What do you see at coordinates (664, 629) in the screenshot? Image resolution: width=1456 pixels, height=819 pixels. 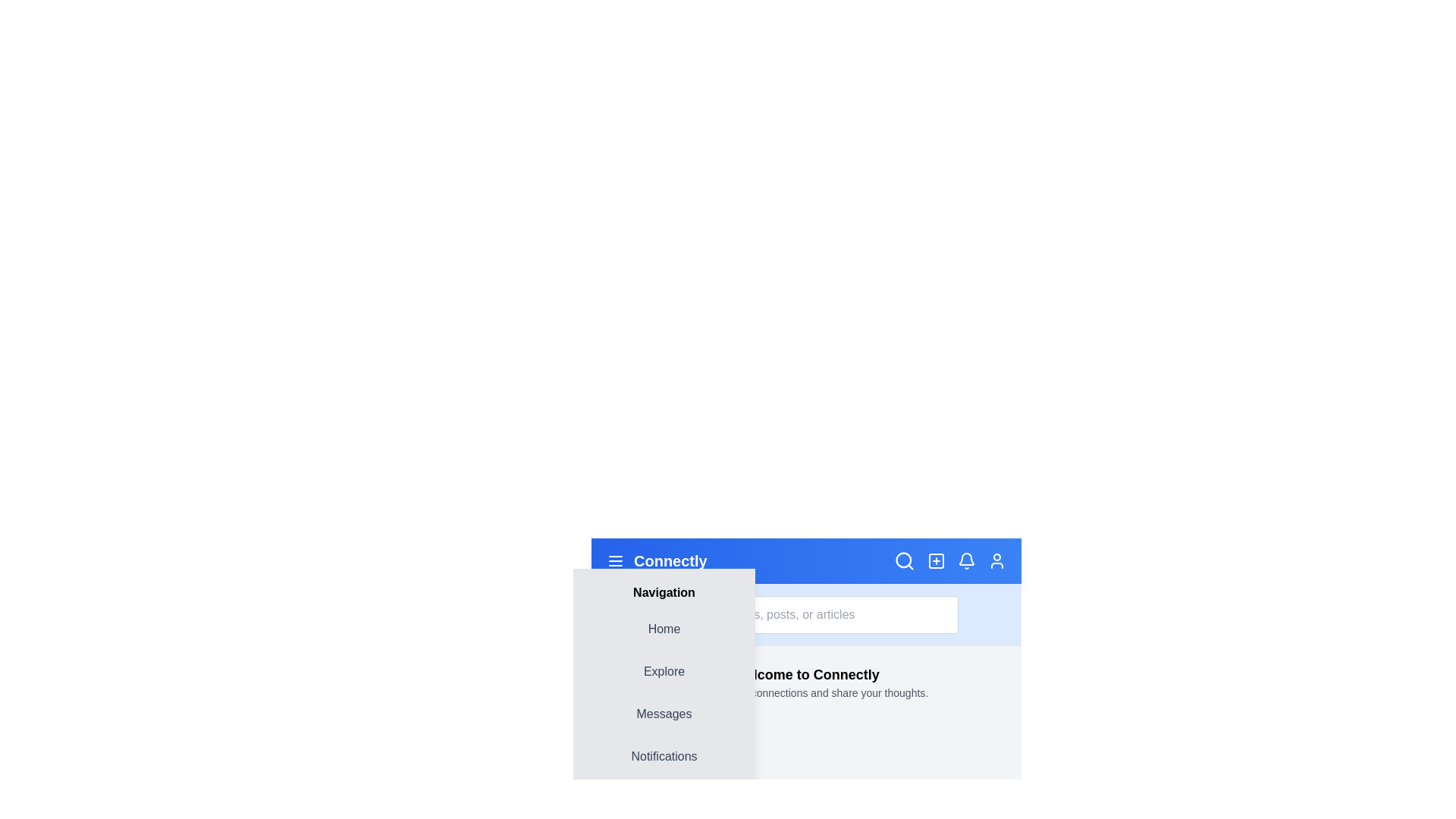 I see `the navigation menu item Home` at bounding box center [664, 629].